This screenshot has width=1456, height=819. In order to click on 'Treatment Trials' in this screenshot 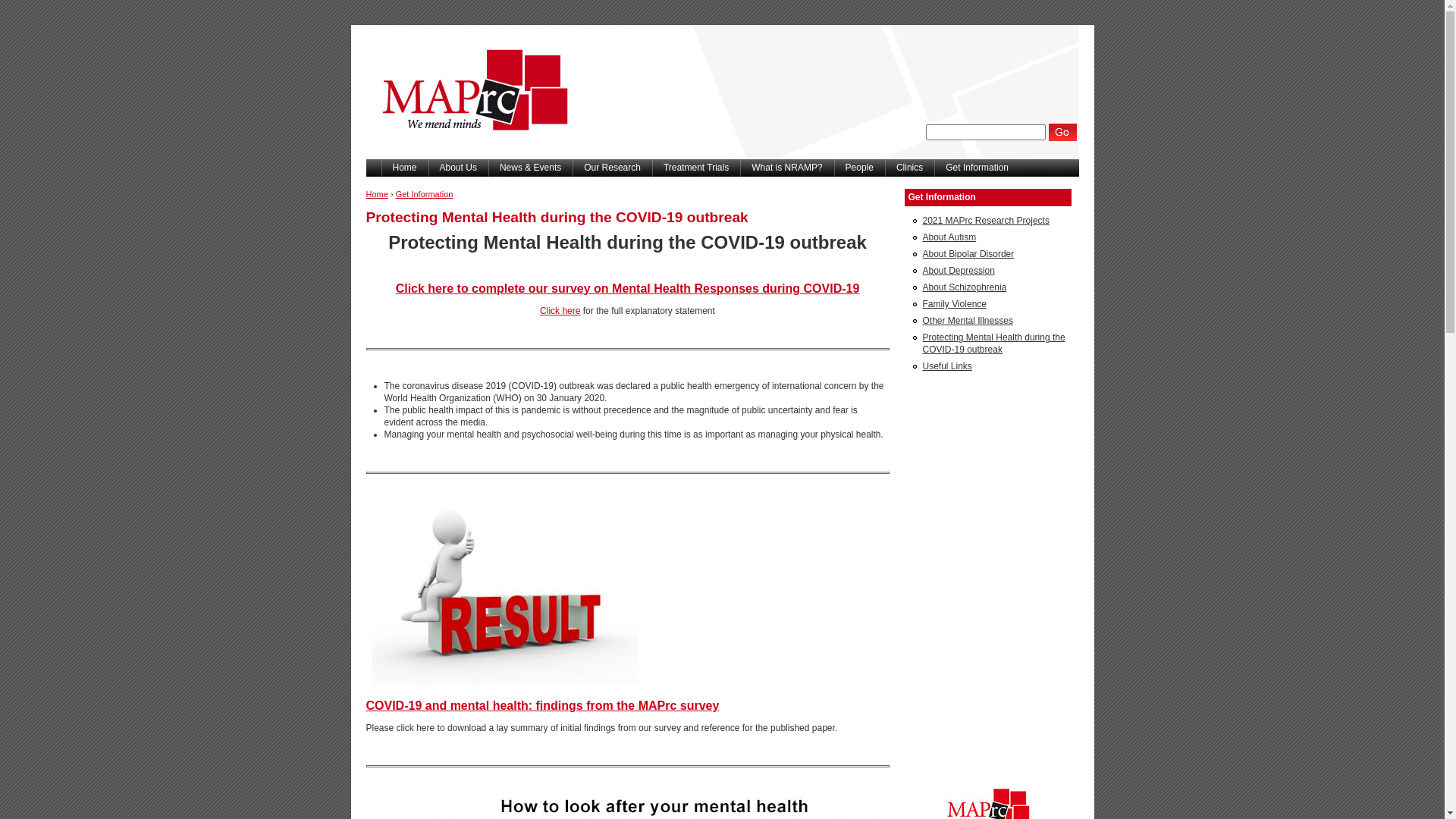, I will do `click(695, 168)`.